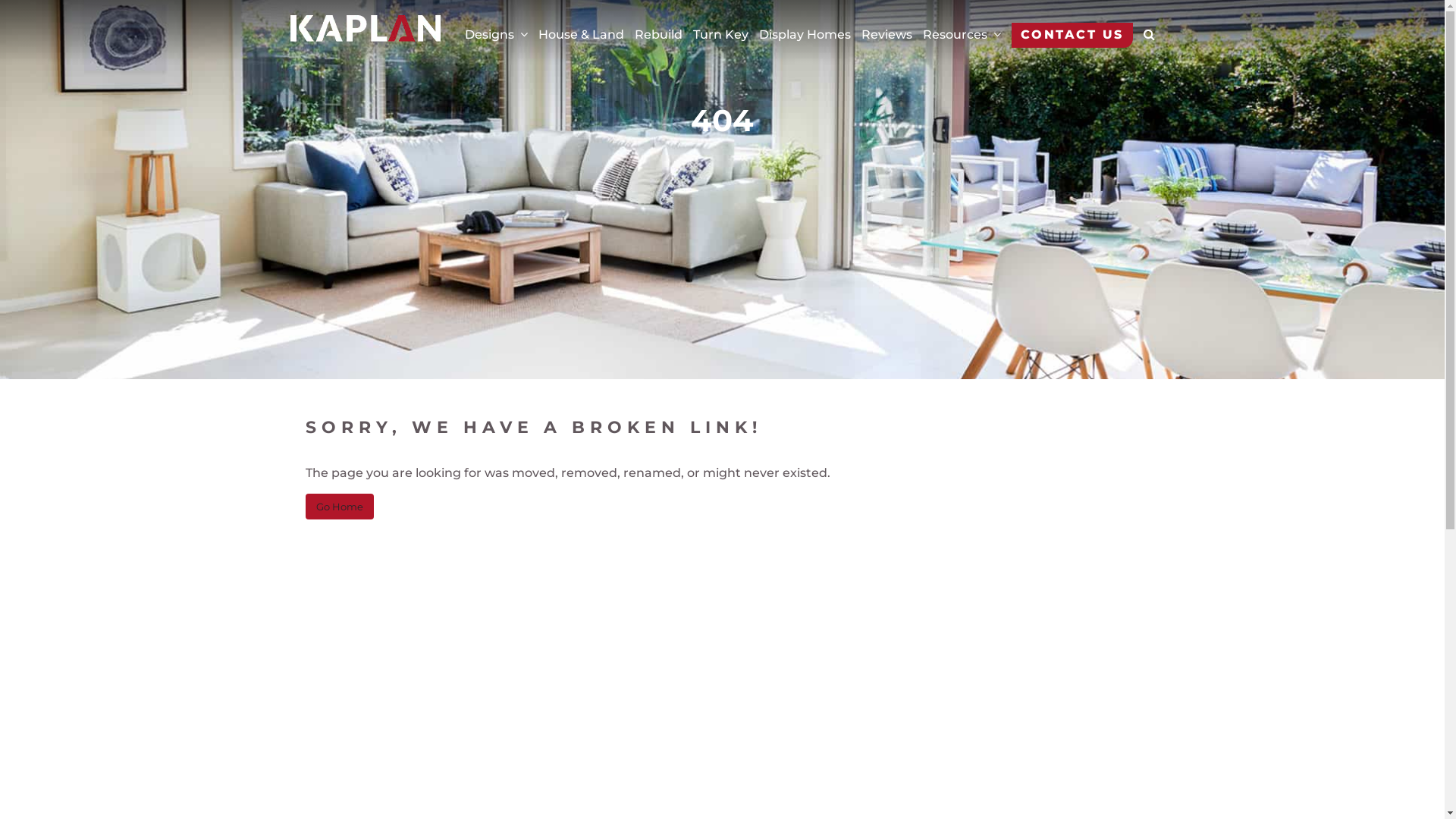  Describe the element at coordinates (463, 34) in the screenshot. I see `'Designs  '` at that location.